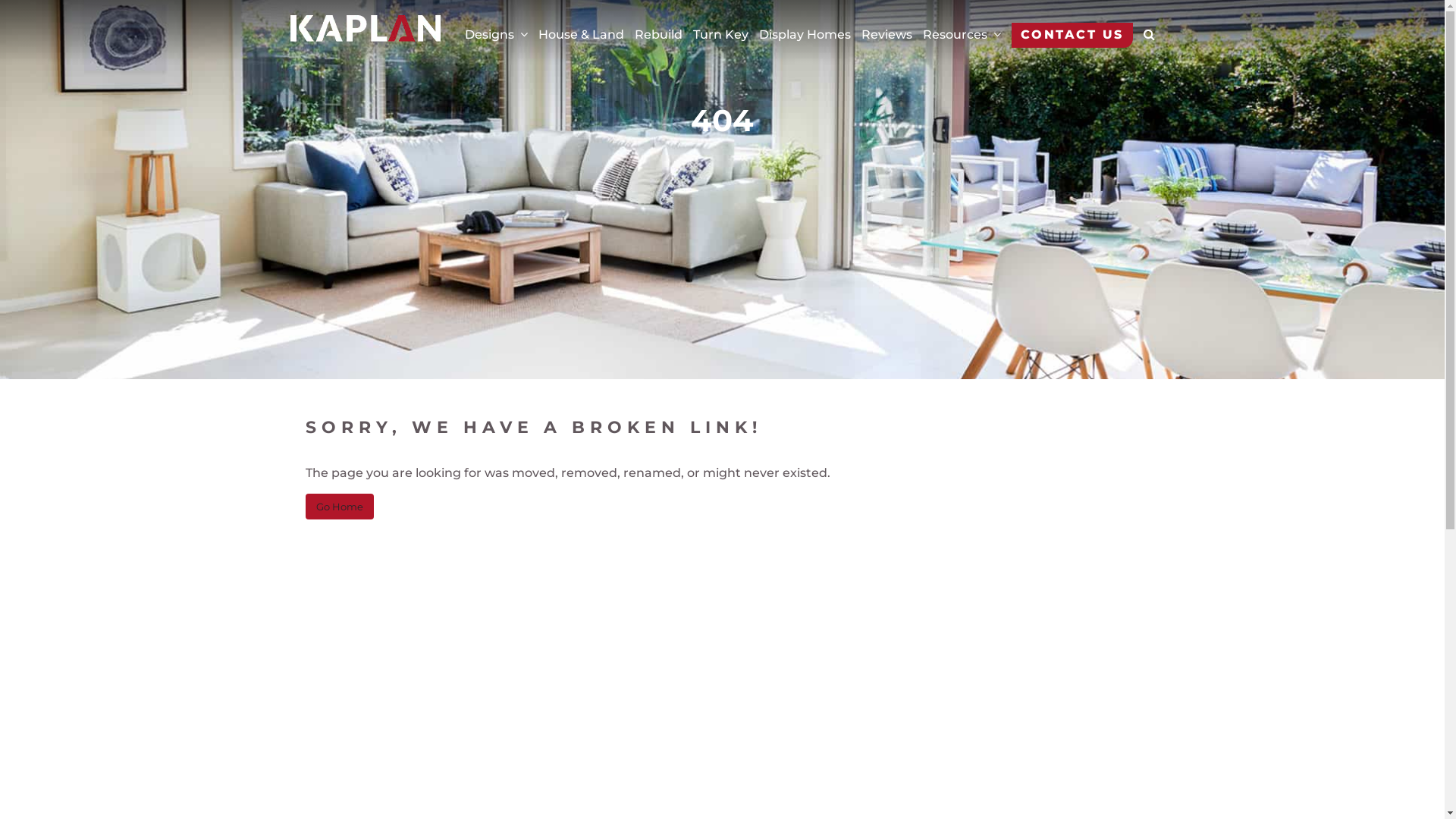  Describe the element at coordinates (463, 34) in the screenshot. I see `'Designs  '` at that location.